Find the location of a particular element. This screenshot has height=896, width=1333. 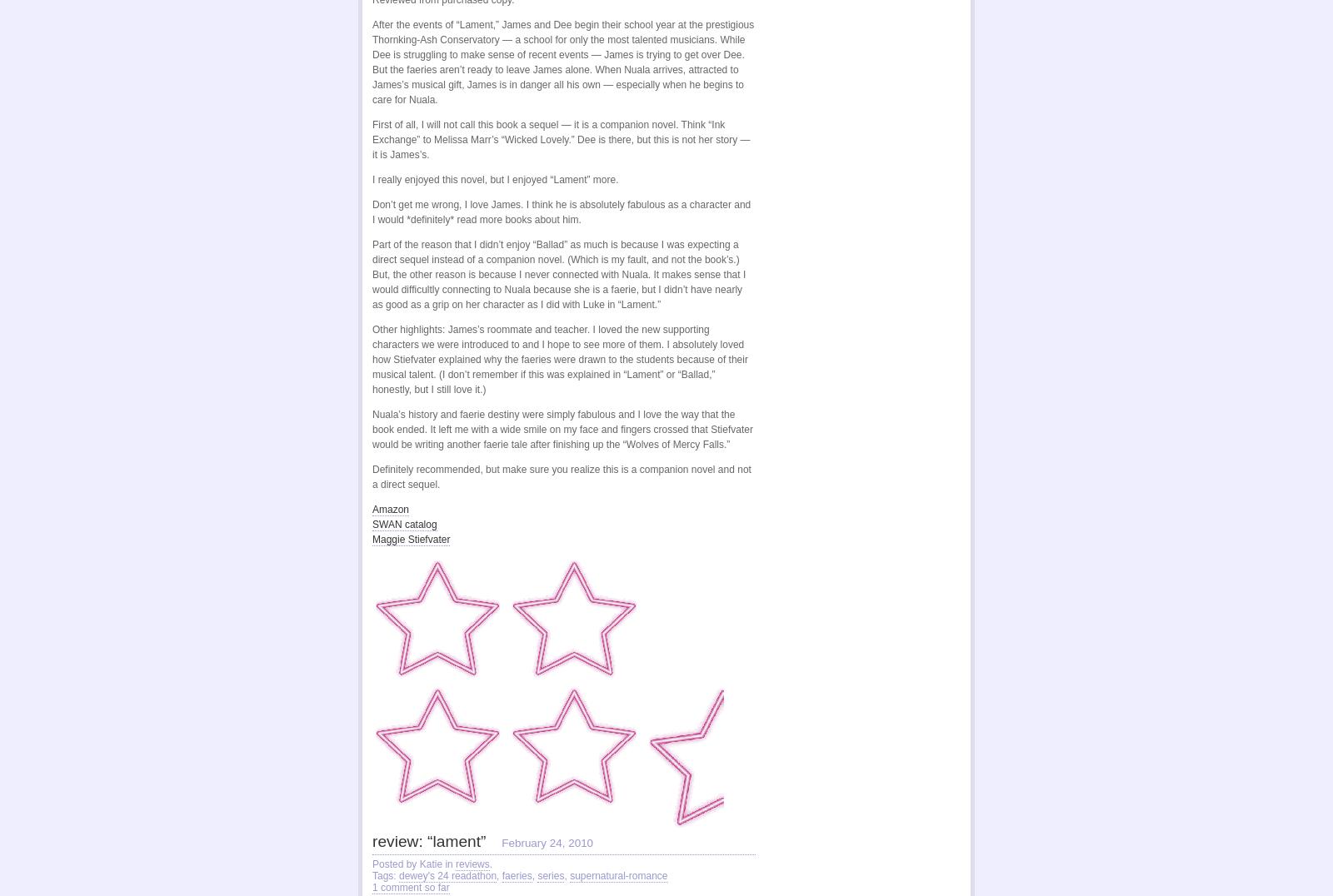

'Nuala’s history and faerie destiny were simply fabulous and I love the way that the book ended. It left me with a wide smile on my face and fingers crossed that Stiefvater would be writing another faerie tale after finishing up the “Wolves of Mercy Falls.”' is located at coordinates (562, 428).